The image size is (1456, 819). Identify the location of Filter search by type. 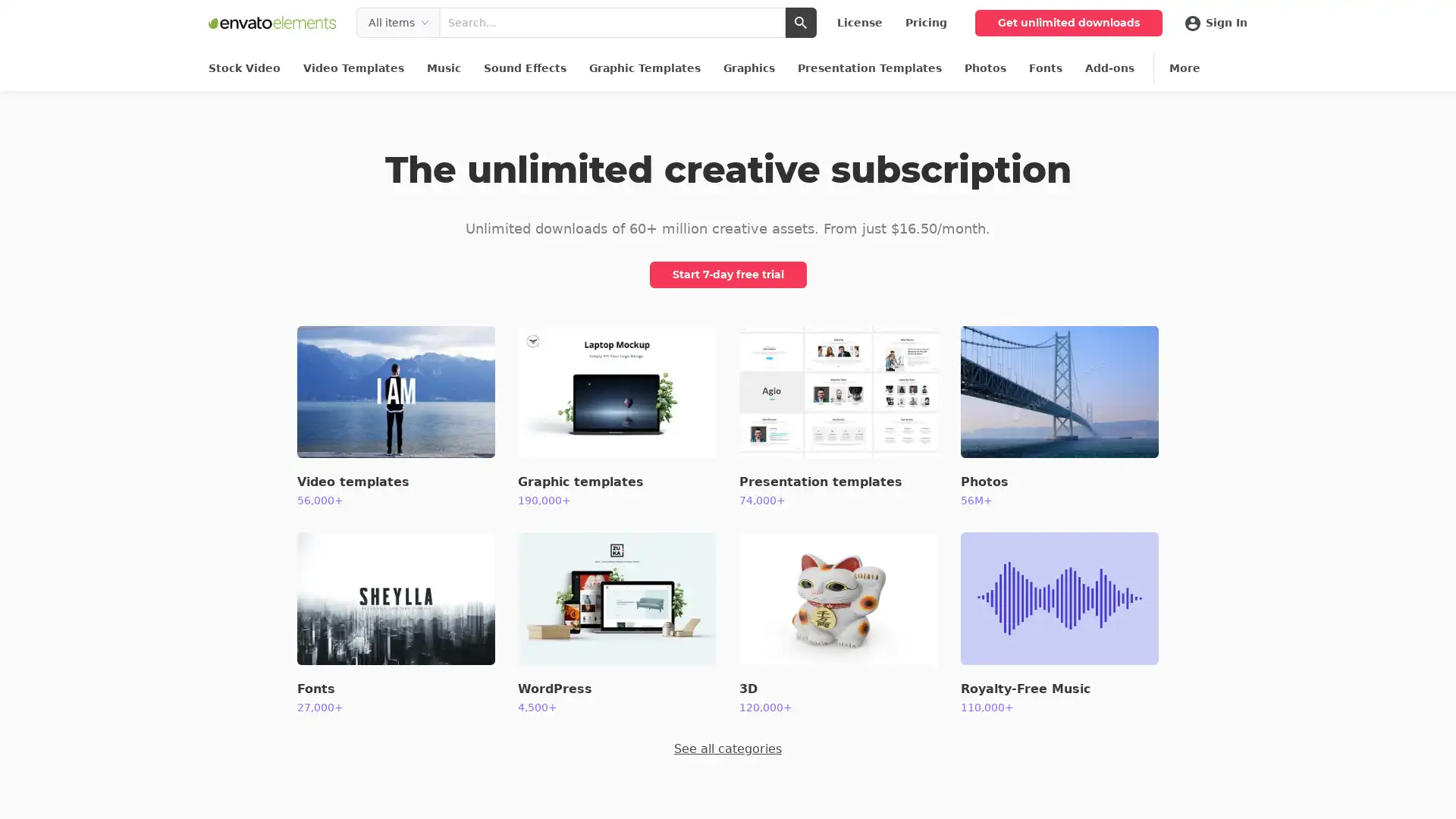
(397, 23).